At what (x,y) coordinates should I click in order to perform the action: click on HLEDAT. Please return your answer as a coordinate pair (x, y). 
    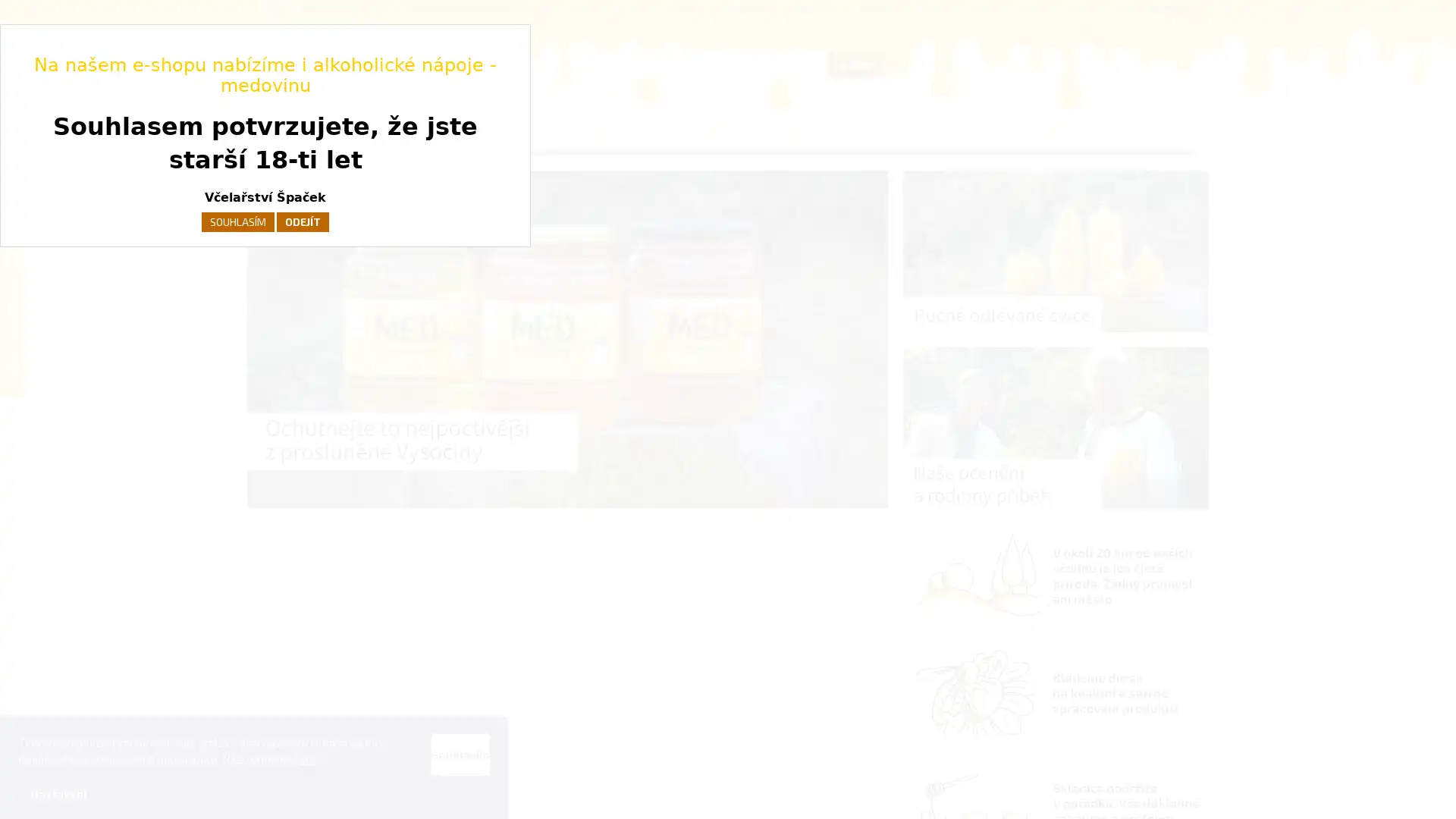
    Looking at the image, I should click on (855, 83).